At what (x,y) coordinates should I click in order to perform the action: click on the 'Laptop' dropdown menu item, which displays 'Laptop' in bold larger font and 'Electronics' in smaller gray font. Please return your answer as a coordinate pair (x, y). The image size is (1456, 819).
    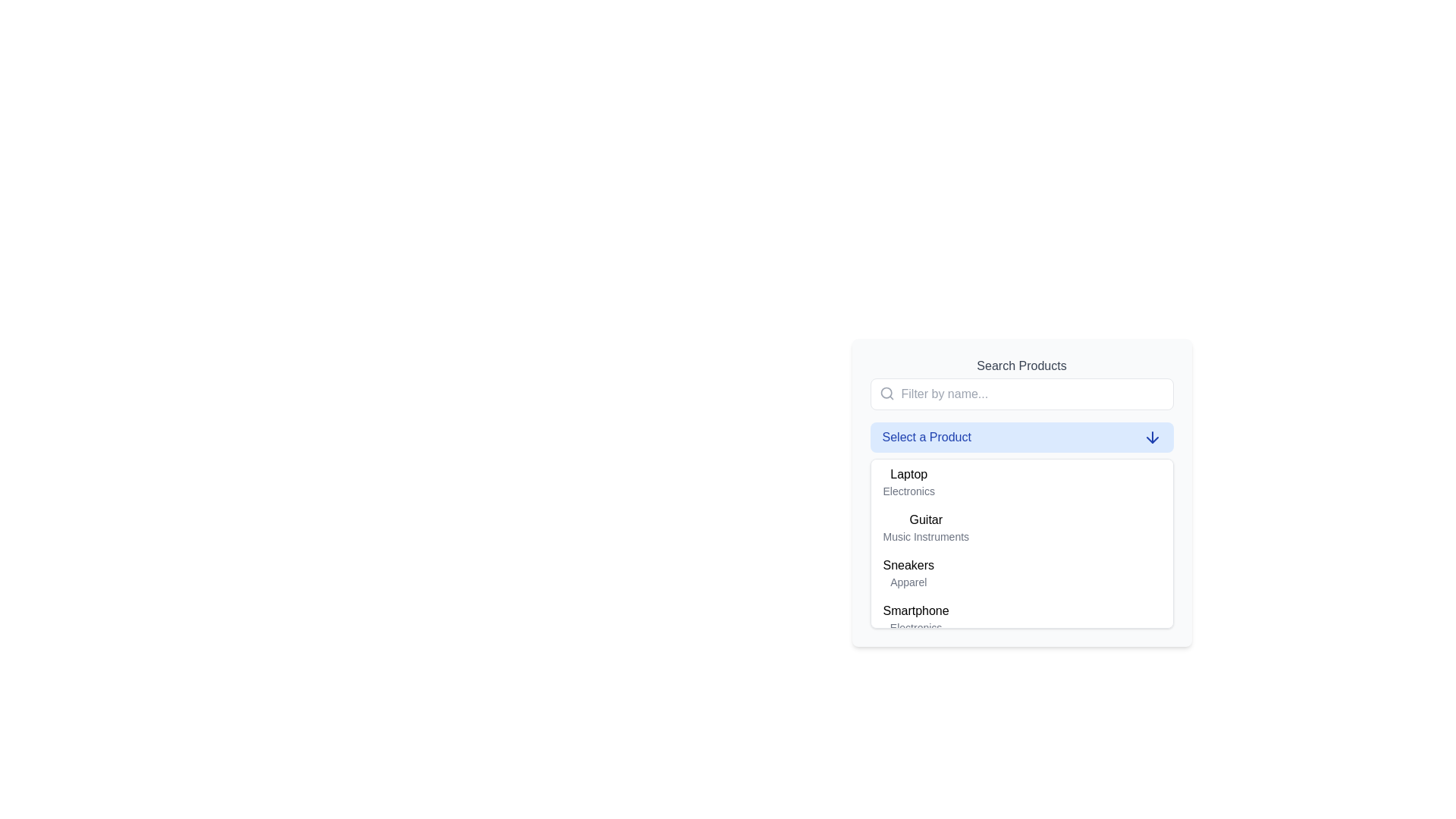
    Looking at the image, I should click on (1021, 482).